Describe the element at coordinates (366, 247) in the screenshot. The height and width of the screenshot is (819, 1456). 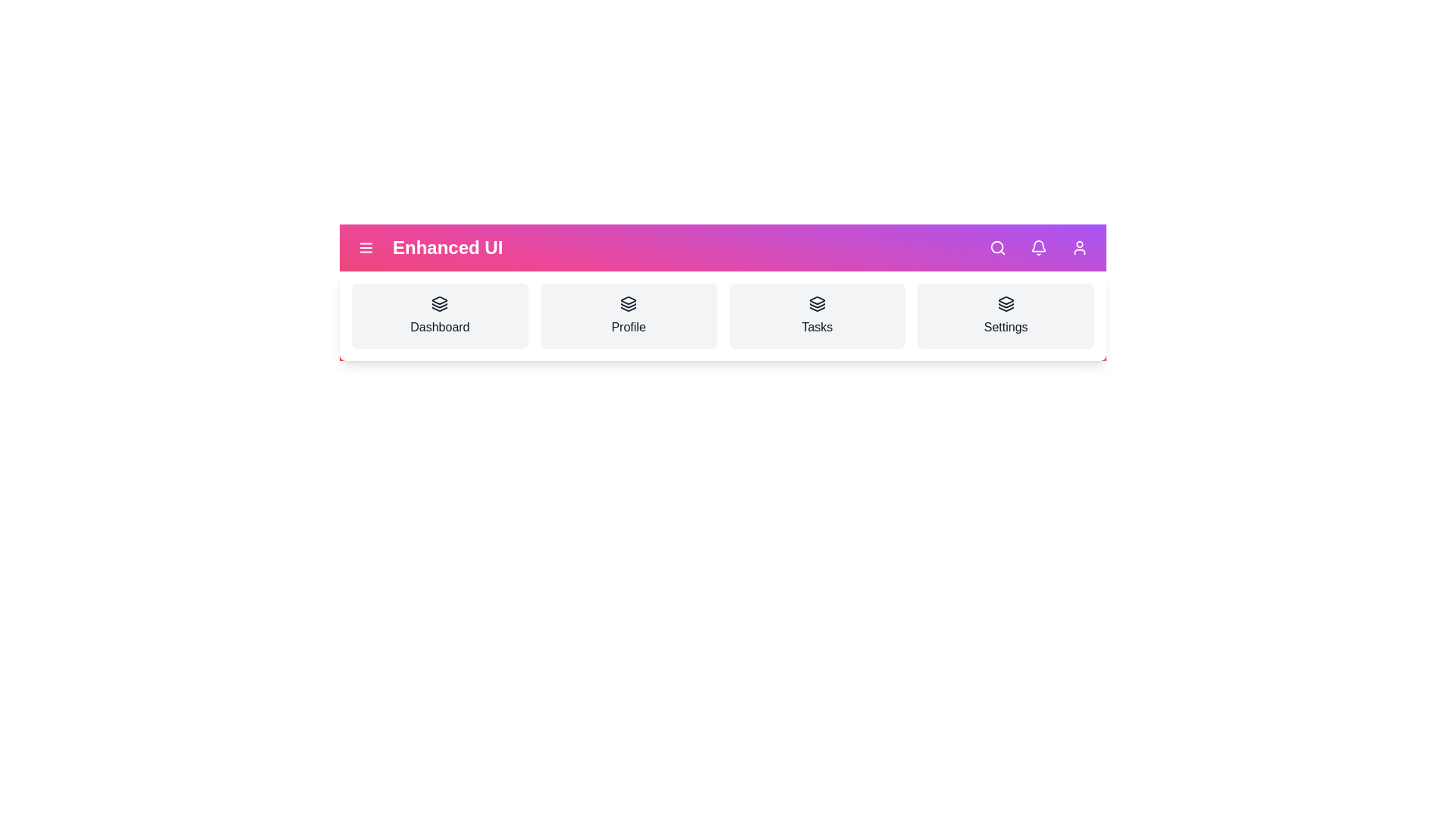
I see `the menu toggle button to change the menu visibility` at that location.